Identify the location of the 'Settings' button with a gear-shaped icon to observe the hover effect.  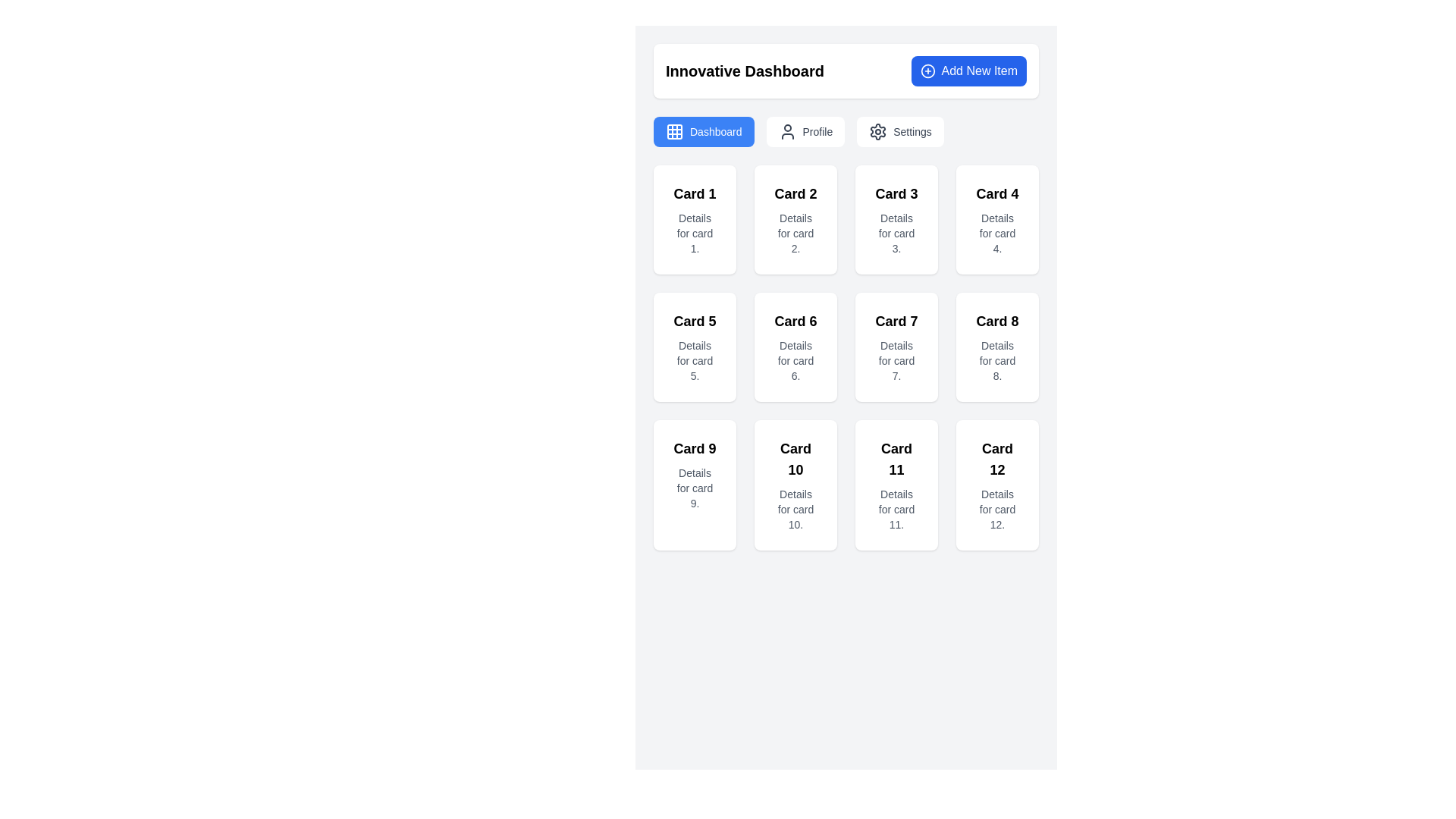
(900, 130).